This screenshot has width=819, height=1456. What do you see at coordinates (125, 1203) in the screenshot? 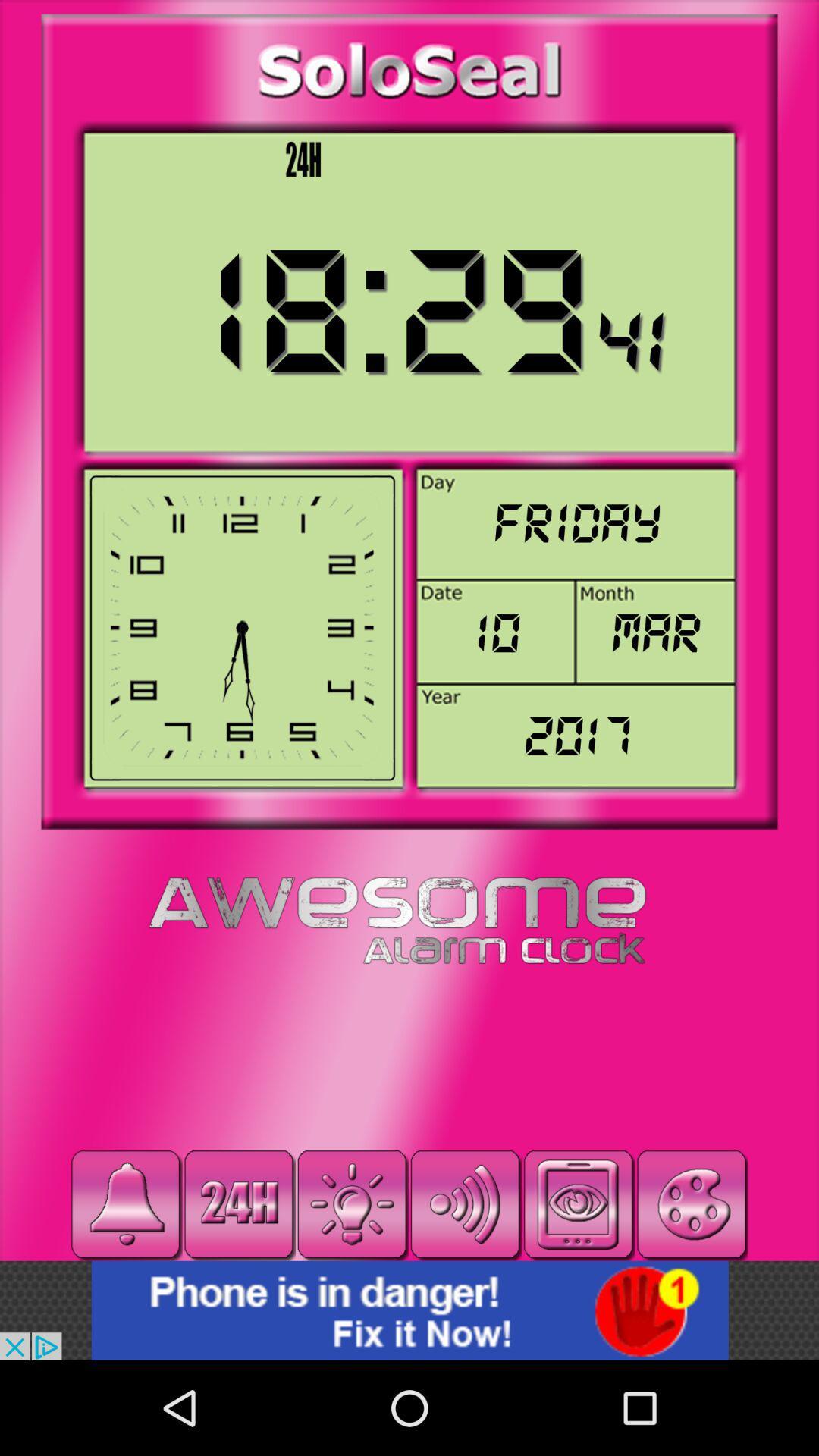
I see `notification button` at bounding box center [125, 1203].